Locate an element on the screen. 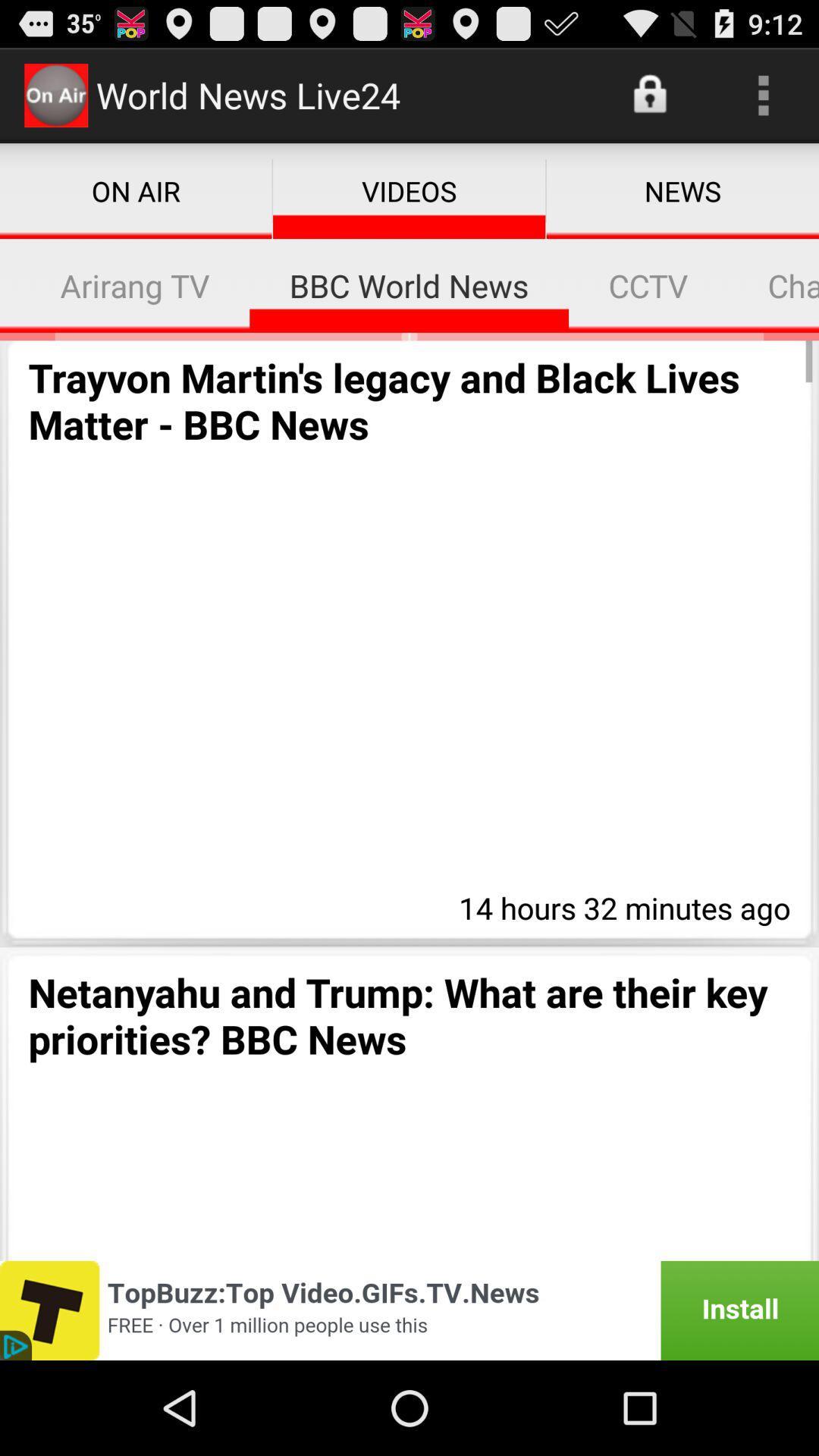 The image size is (819, 1456). app above news item is located at coordinates (763, 94).